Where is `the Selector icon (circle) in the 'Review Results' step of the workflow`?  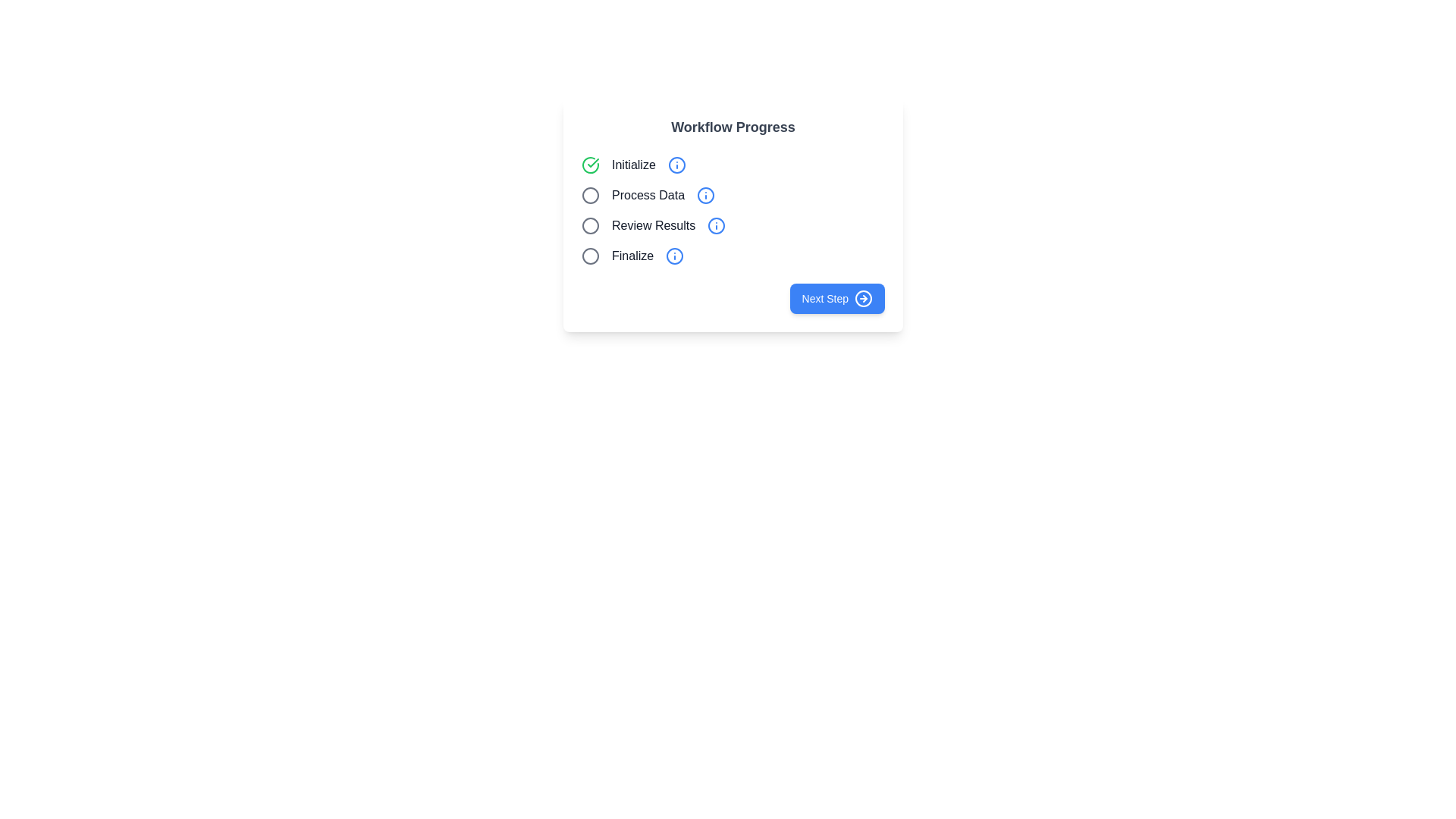
the Selector icon (circle) in the 'Review Results' step of the workflow is located at coordinates (589, 225).